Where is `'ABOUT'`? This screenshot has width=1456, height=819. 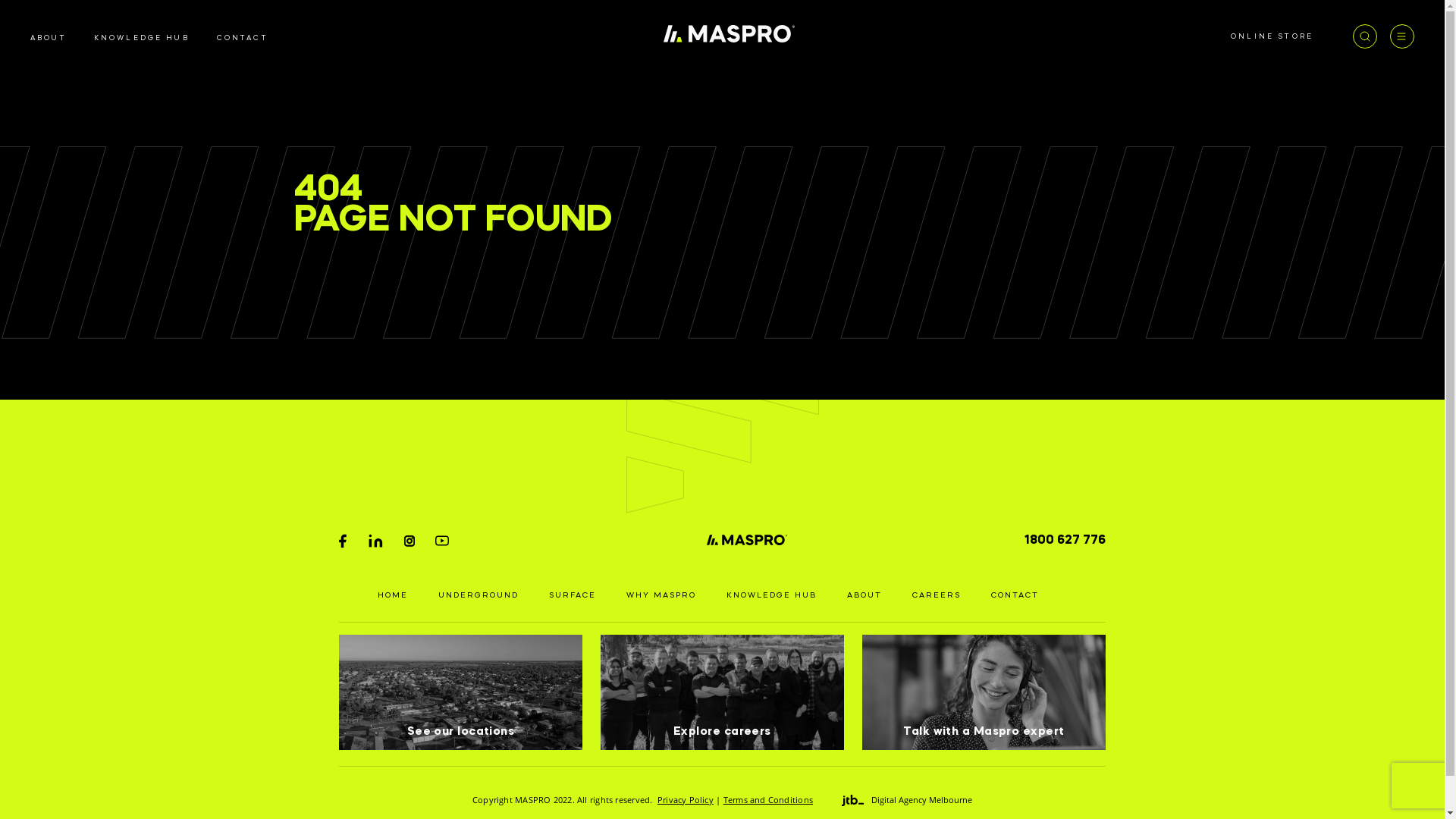 'ABOUT' is located at coordinates (30, 37).